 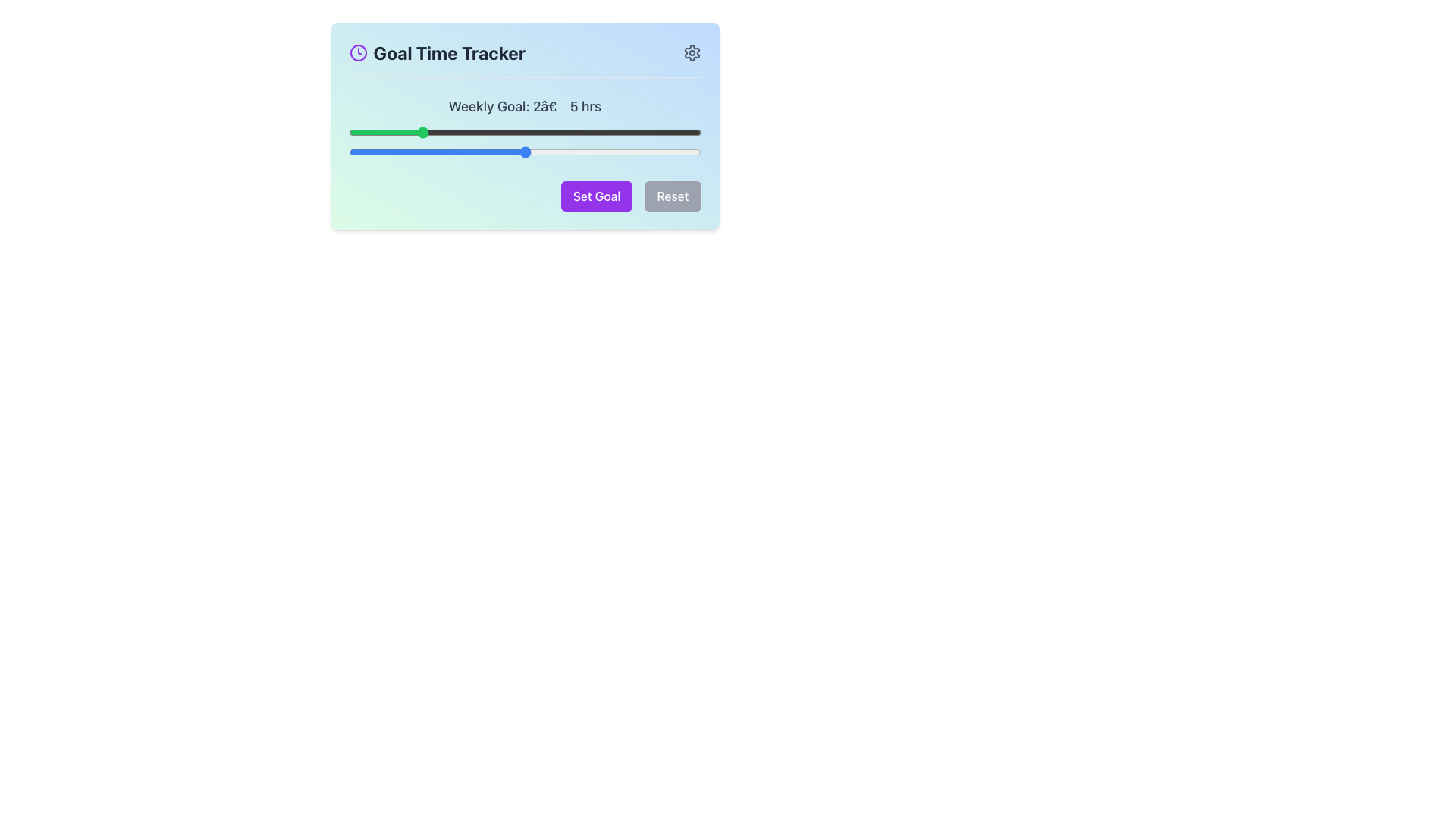 What do you see at coordinates (348, 131) in the screenshot?
I see `the time slider` at bounding box center [348, 131].